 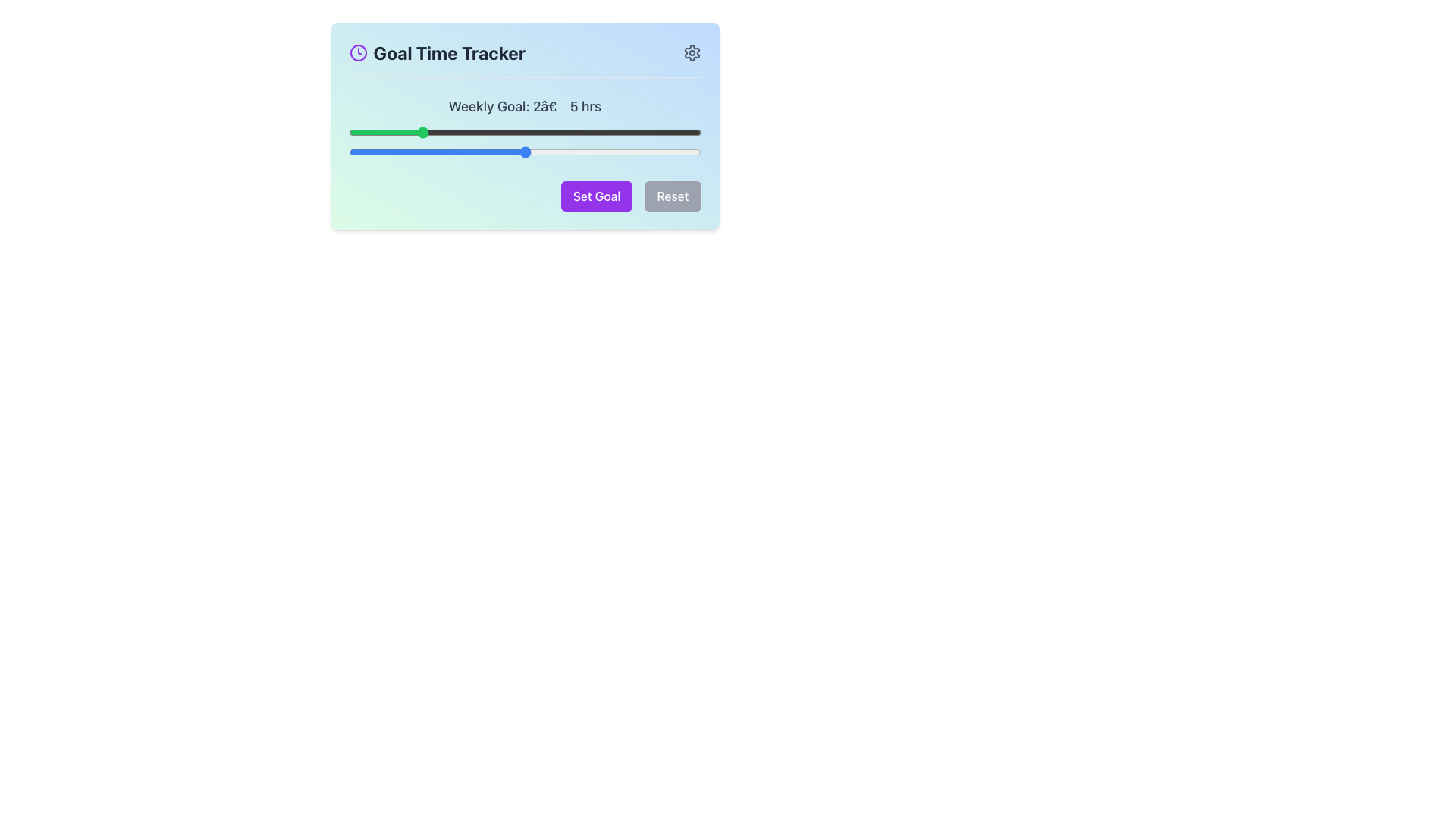 What do you see at coordinates (348, 131) in the screenshot?
I see `the time slider` at bounding box center [348, 131].